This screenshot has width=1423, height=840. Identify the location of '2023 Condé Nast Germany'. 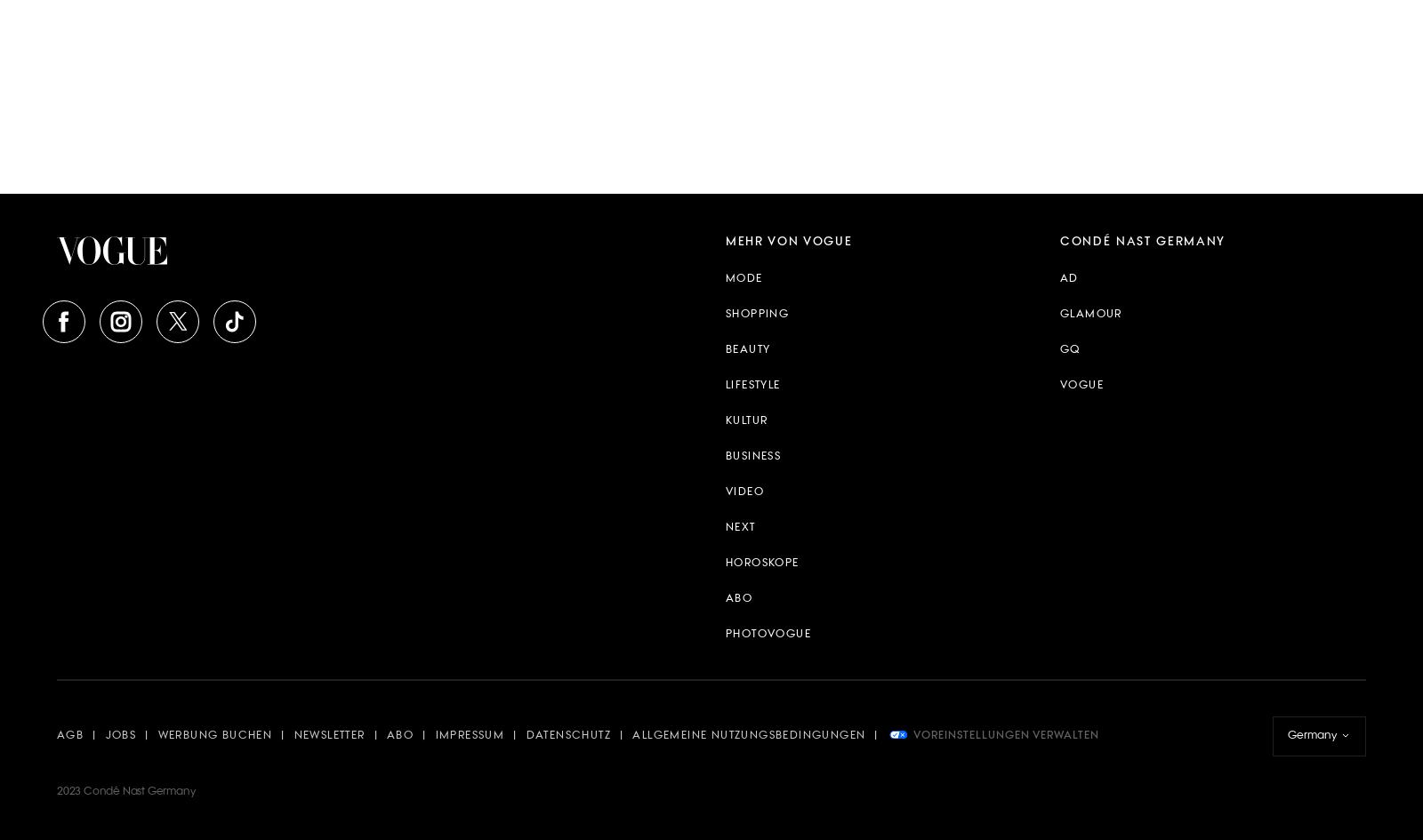
(125, 791).